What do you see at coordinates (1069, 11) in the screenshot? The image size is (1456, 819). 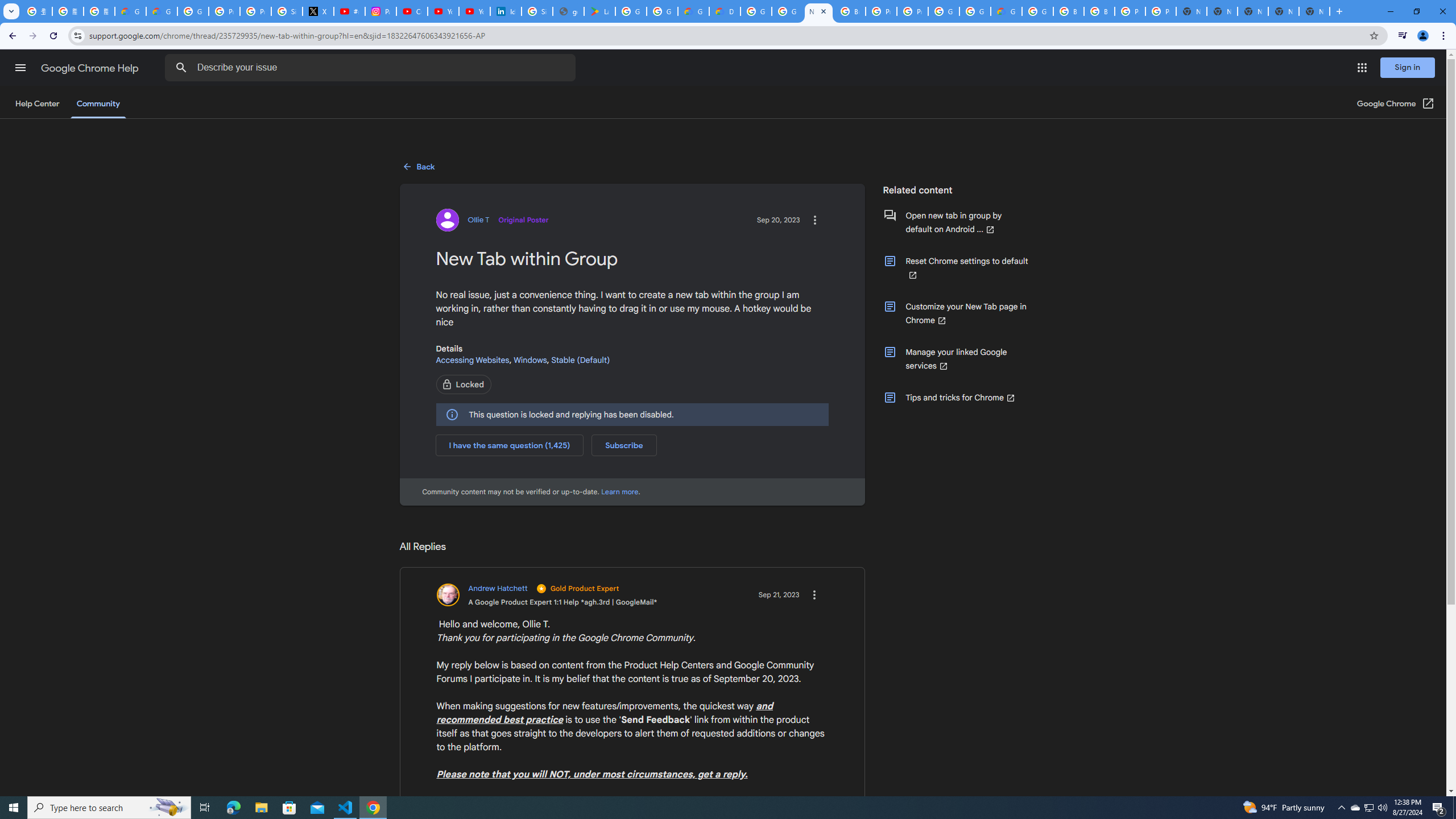 I see `'Browse Chrome as a guest - Computer - Google Chrome Help'` at bounding box center [1069, 11].